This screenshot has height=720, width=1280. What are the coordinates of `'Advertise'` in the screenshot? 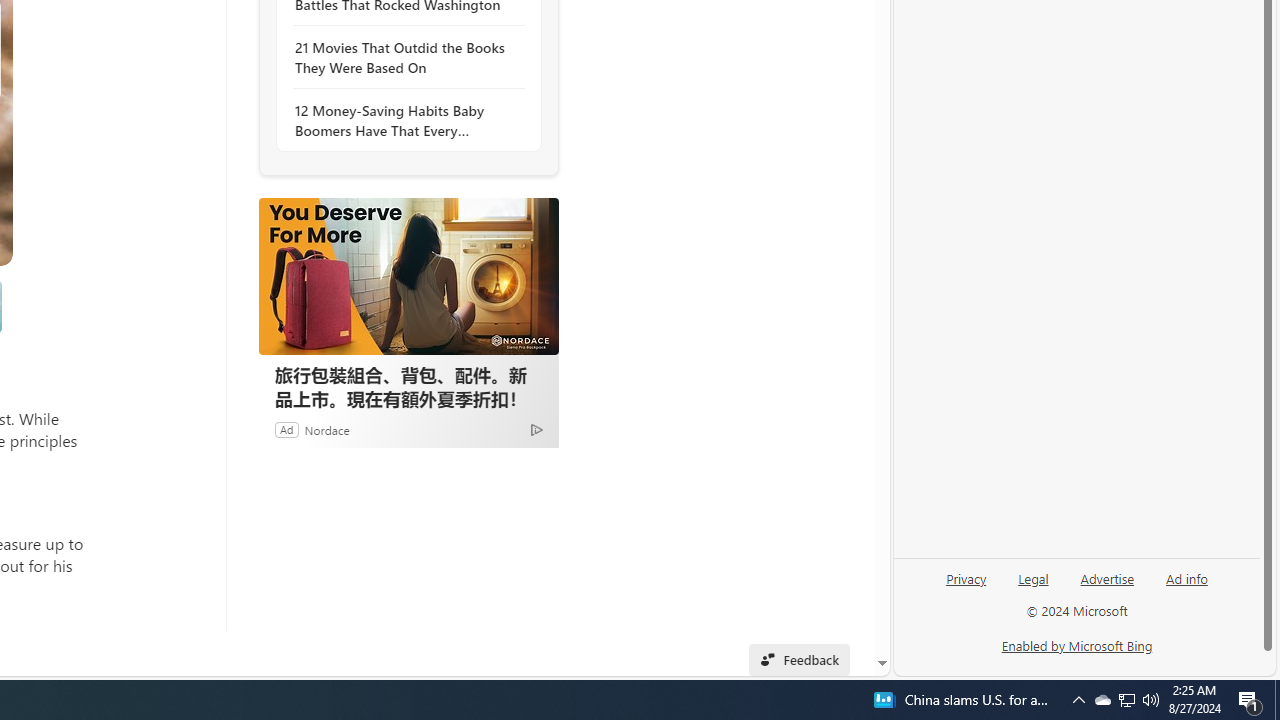 It's located at (1106, 577).